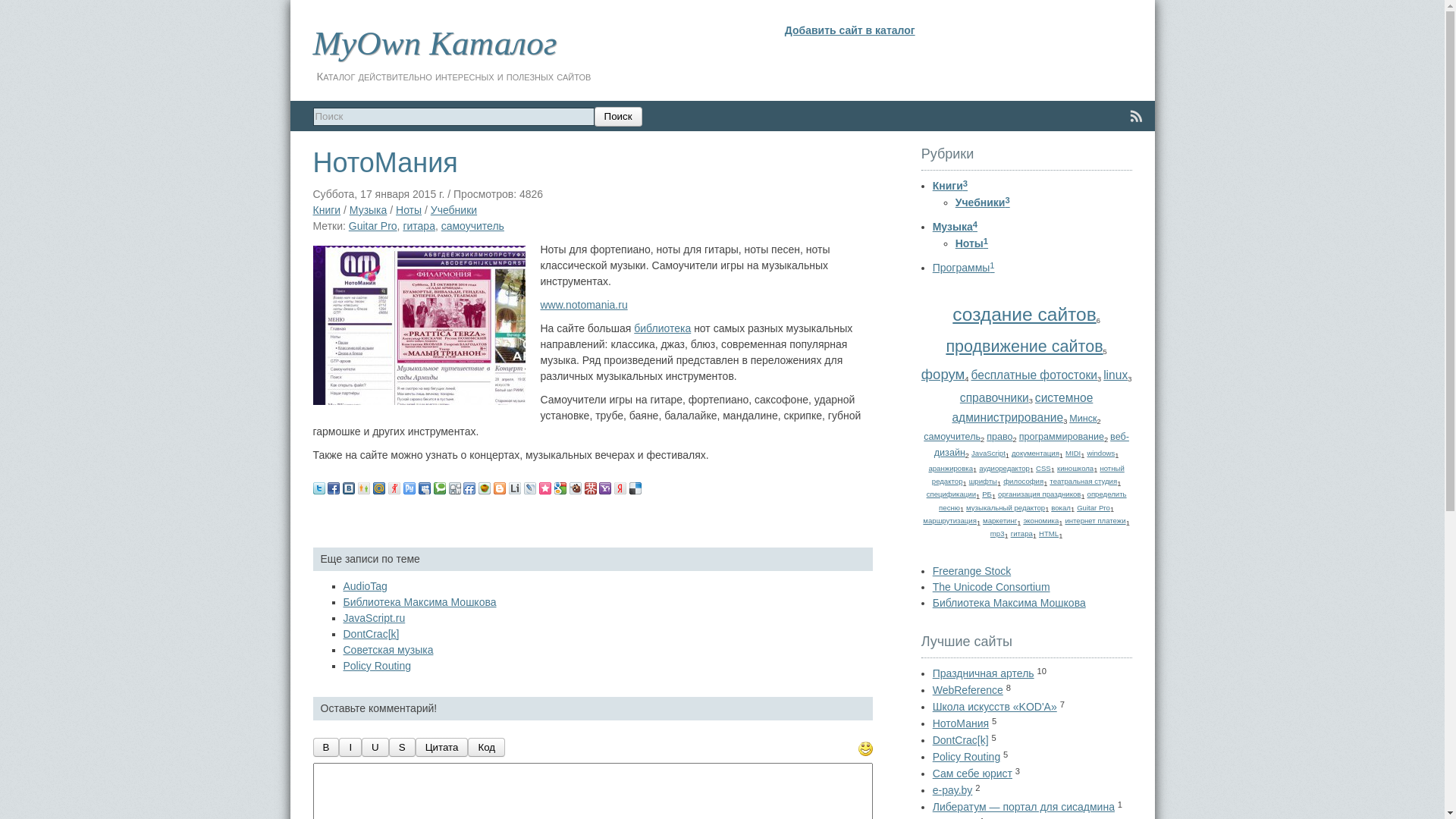 The height and width of the screenshot is (819, 1456). What do you see at coordinates (375, 746) in the screenshot?
I see `'U'` at bounding box center [375, 746].